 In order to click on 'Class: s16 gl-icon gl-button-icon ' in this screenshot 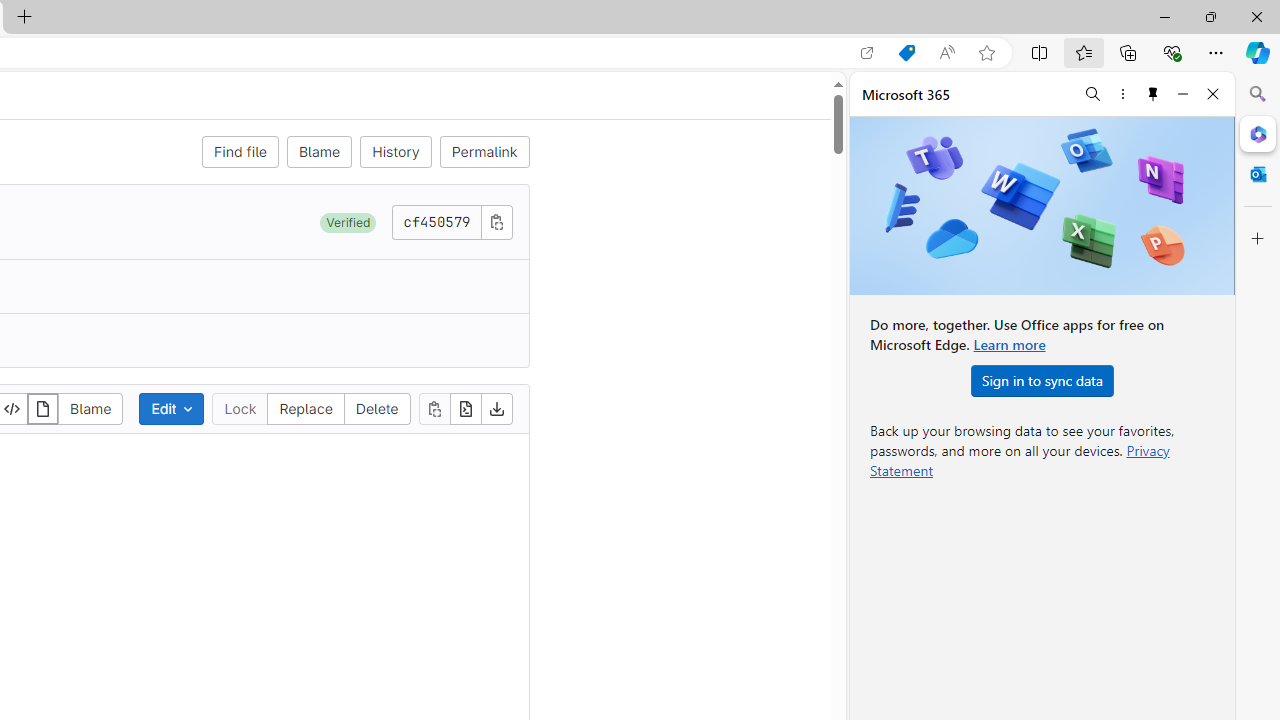, I will do `click(496, 221)`.